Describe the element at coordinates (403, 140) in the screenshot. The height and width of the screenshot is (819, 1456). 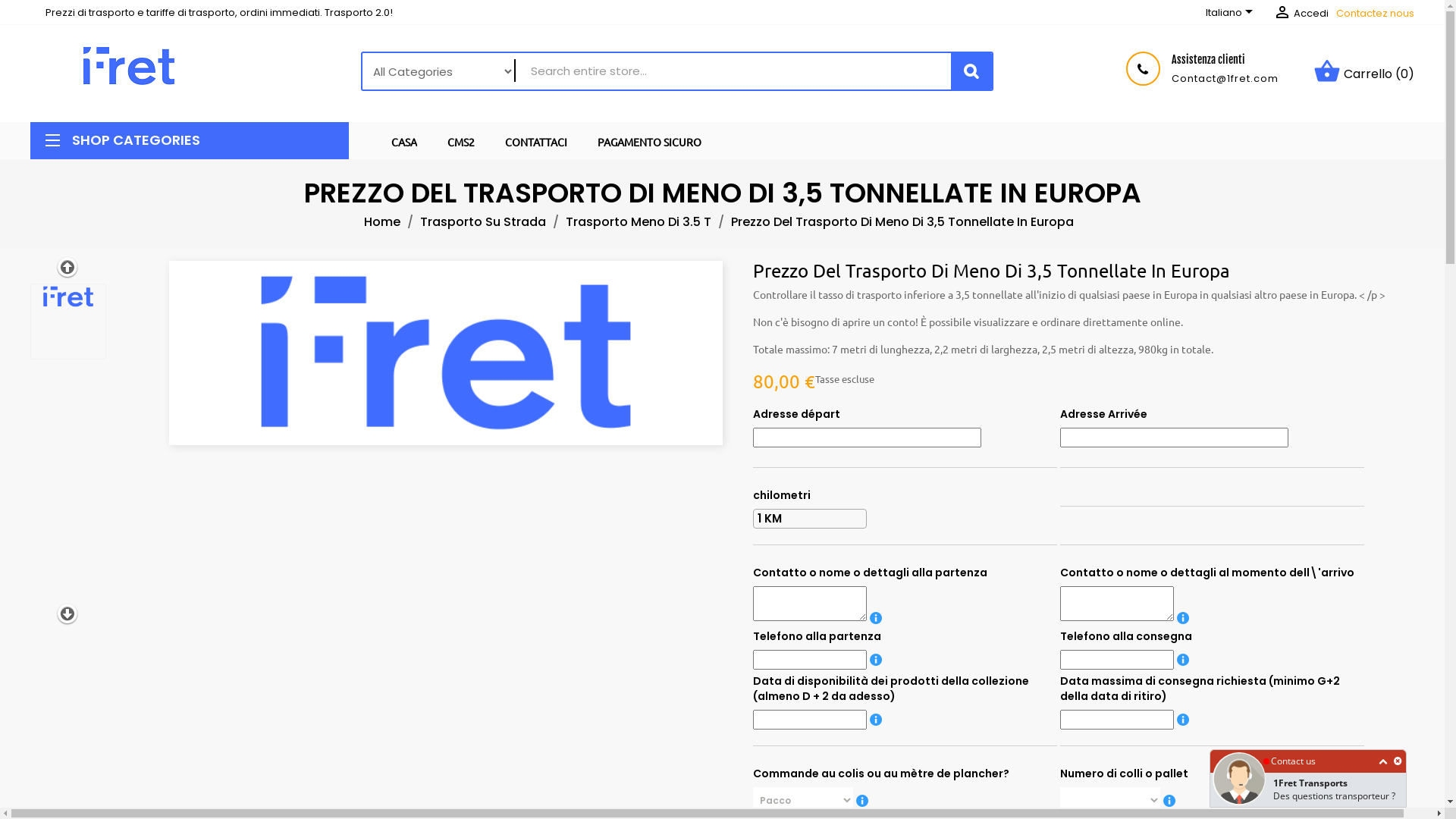
I see `'CASA'` at that location.